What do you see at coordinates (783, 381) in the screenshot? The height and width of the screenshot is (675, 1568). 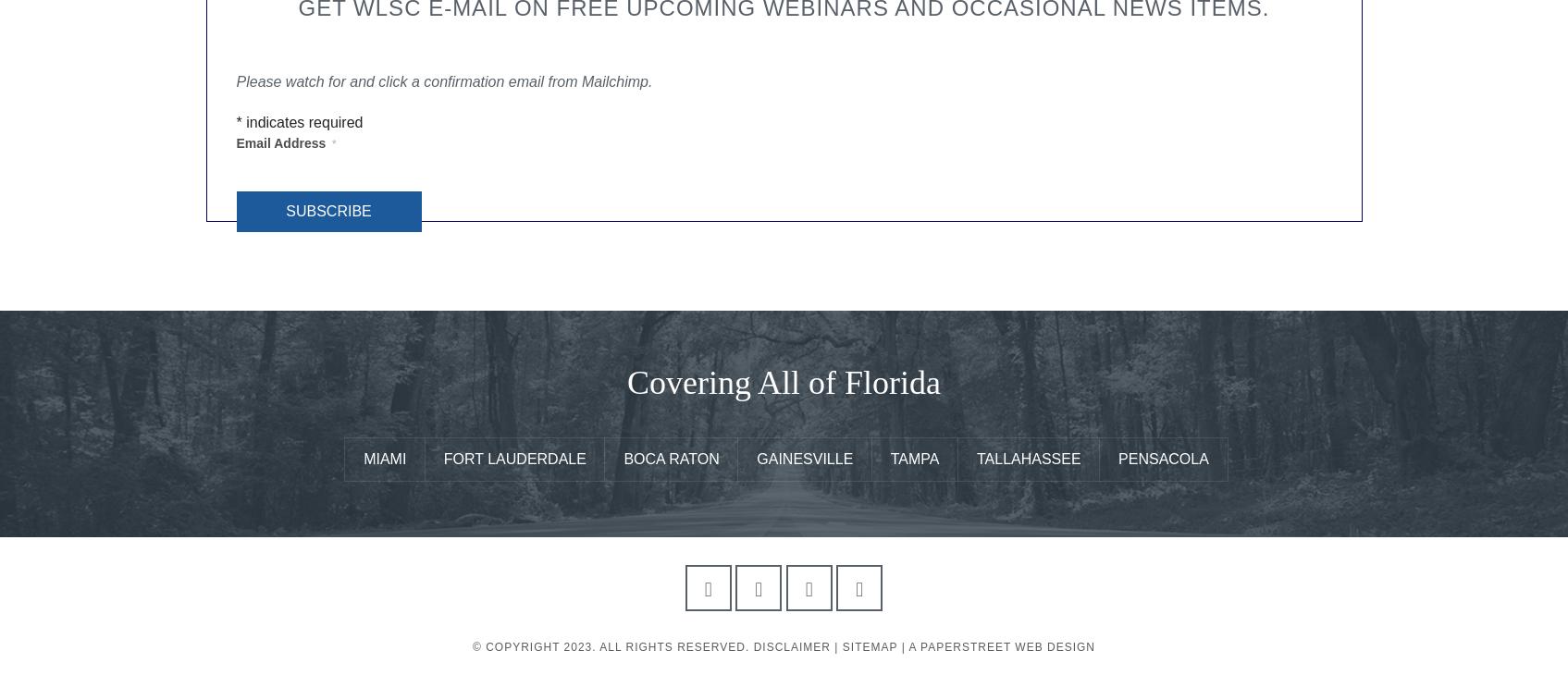 I see `'Covering All of Florida'` at bounding box center [783, 381].